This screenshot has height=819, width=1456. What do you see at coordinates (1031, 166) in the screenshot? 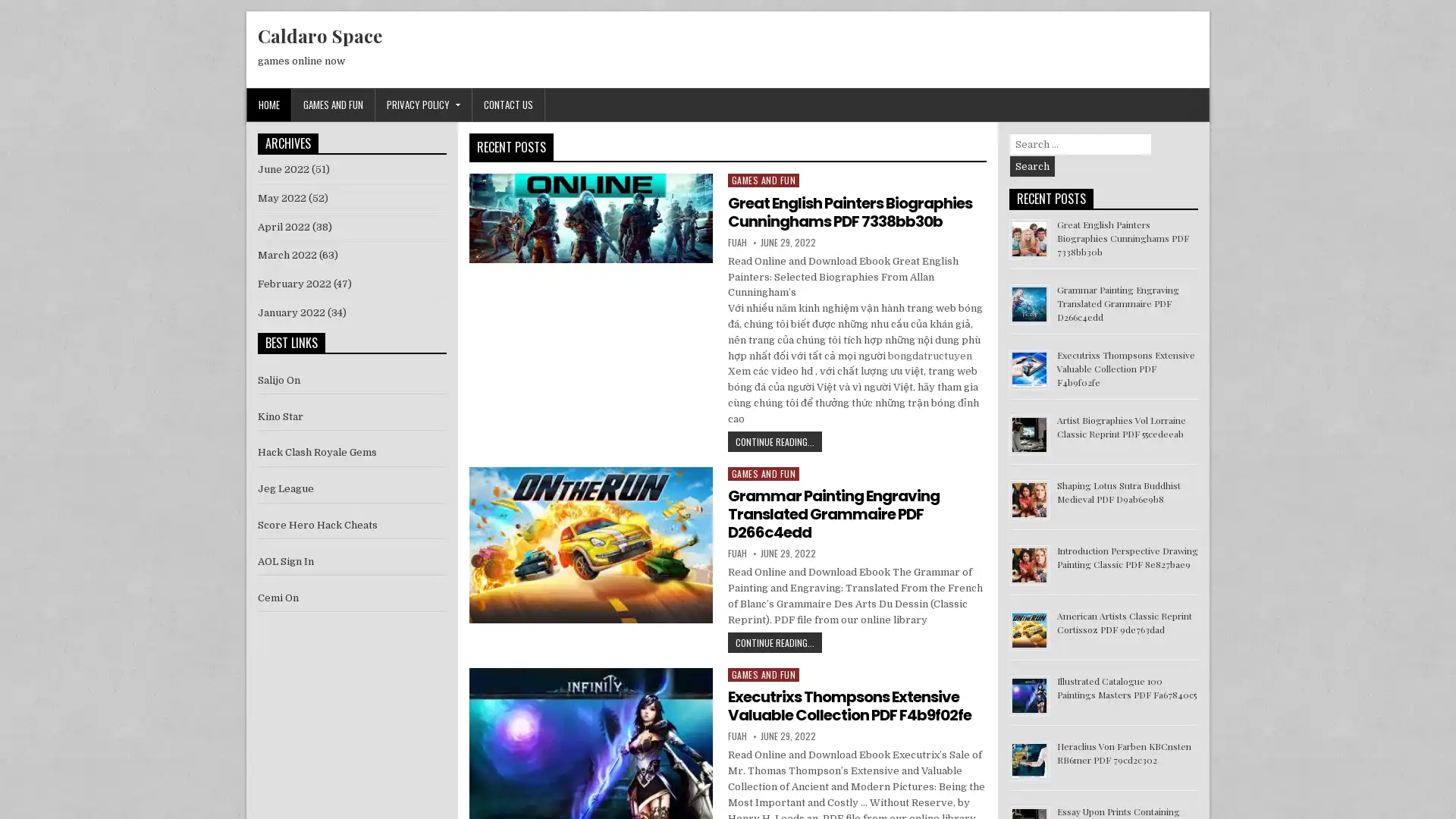
I see `Search` at bounding box center [1031, 166].